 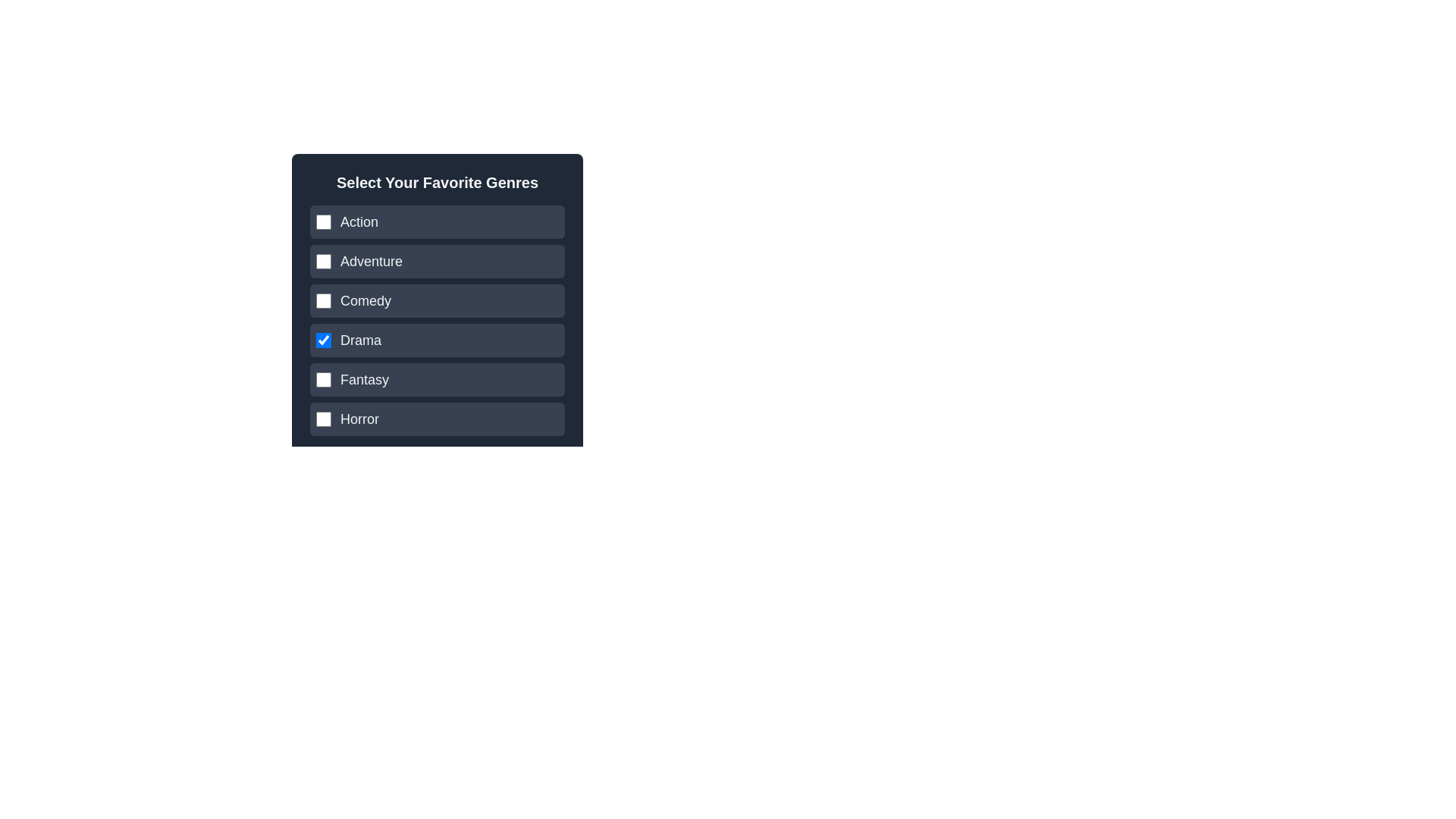 What do you see at coordinates (359, 222) in the screenshot?
I see `the label that indicates the purpose of the checkbox for selecting the 'Action' genre, located to the right of the checkbox in the 'Select Your Favorite Genres' list` at bounding box center [359, 222].